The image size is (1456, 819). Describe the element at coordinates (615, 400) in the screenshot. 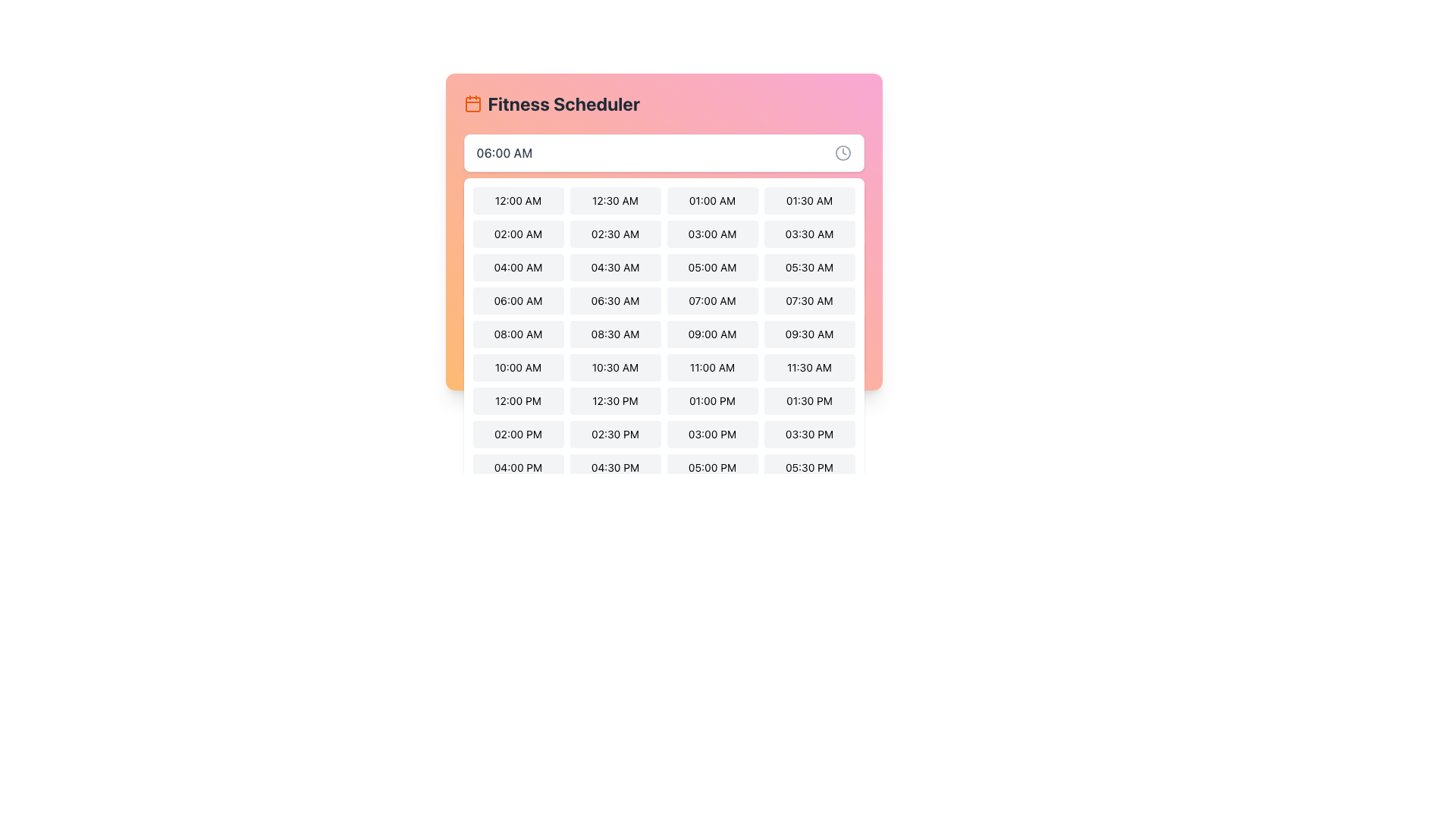

I see `the rounded rectangular button with gray background and black text displaying '12:30 PM'` at that location.